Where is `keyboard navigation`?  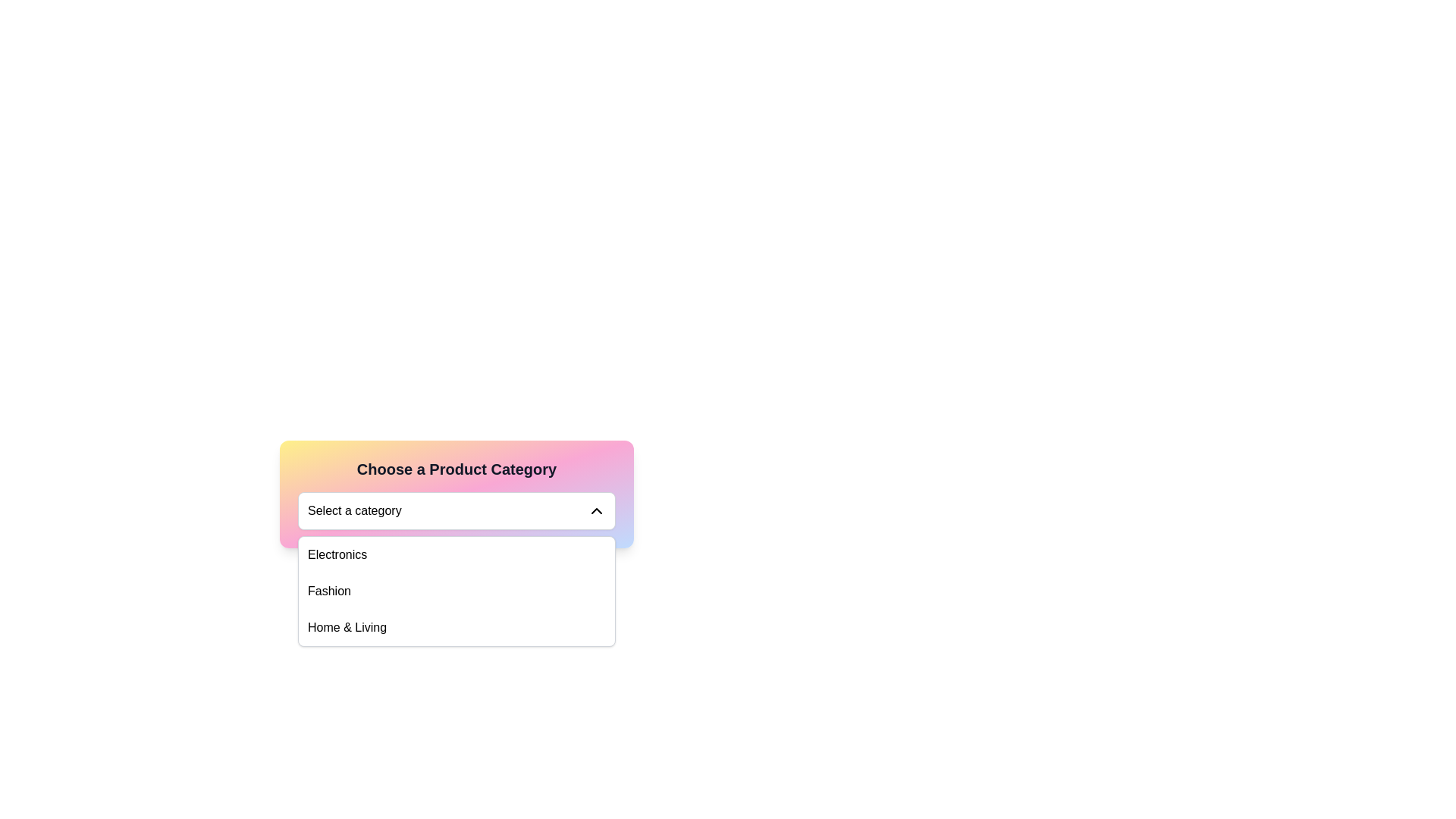
keyboard navigation is located at coordinates (456, 628).